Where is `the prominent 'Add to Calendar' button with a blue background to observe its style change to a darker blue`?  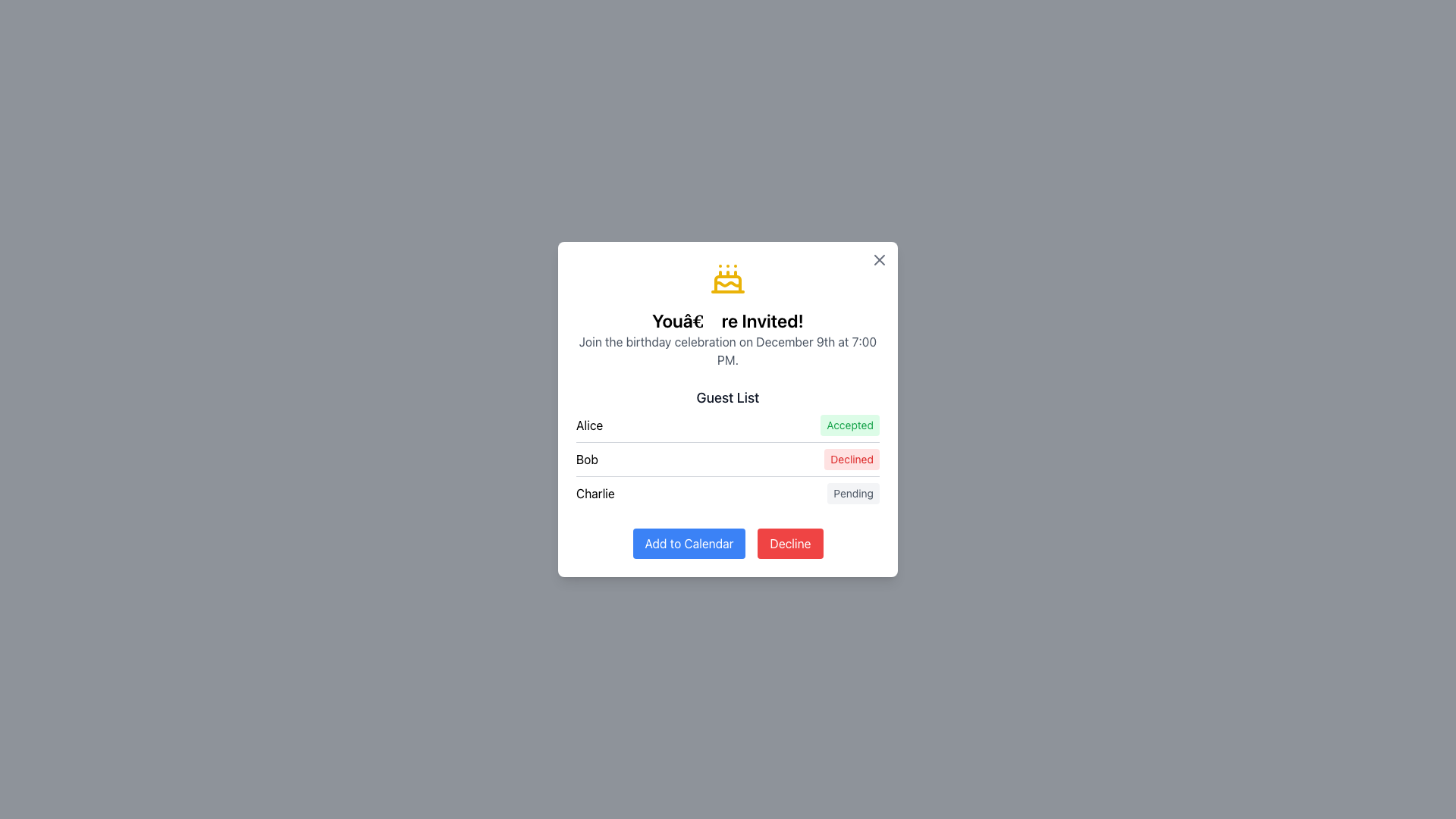
the prominent 'Add to Calendar' button with a blue background to observe its style change to a darker blue is located at coordinates (688, 543).